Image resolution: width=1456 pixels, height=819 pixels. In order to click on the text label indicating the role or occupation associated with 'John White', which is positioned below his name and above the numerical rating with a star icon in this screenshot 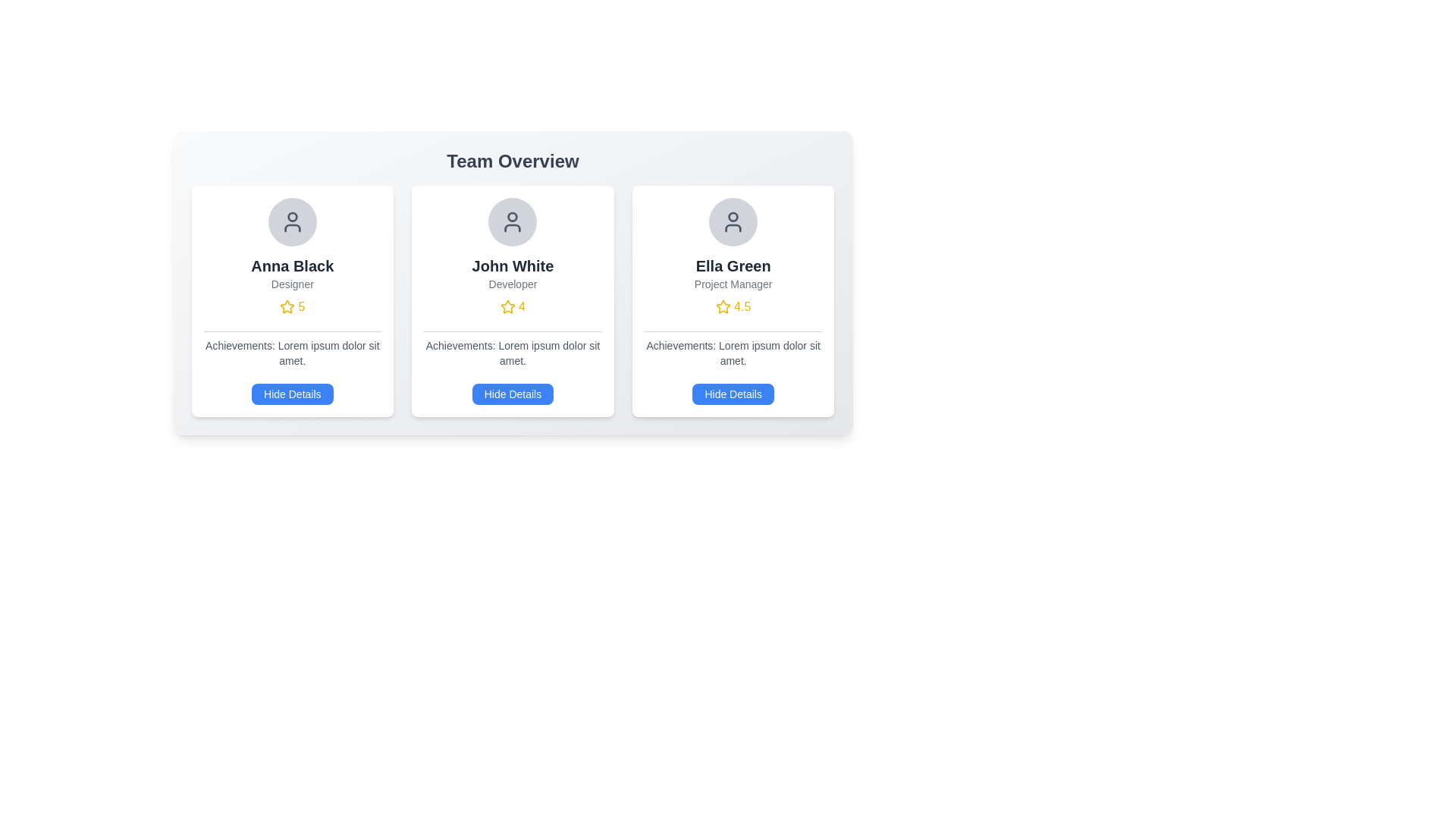, I will do `click(513, 284)`.